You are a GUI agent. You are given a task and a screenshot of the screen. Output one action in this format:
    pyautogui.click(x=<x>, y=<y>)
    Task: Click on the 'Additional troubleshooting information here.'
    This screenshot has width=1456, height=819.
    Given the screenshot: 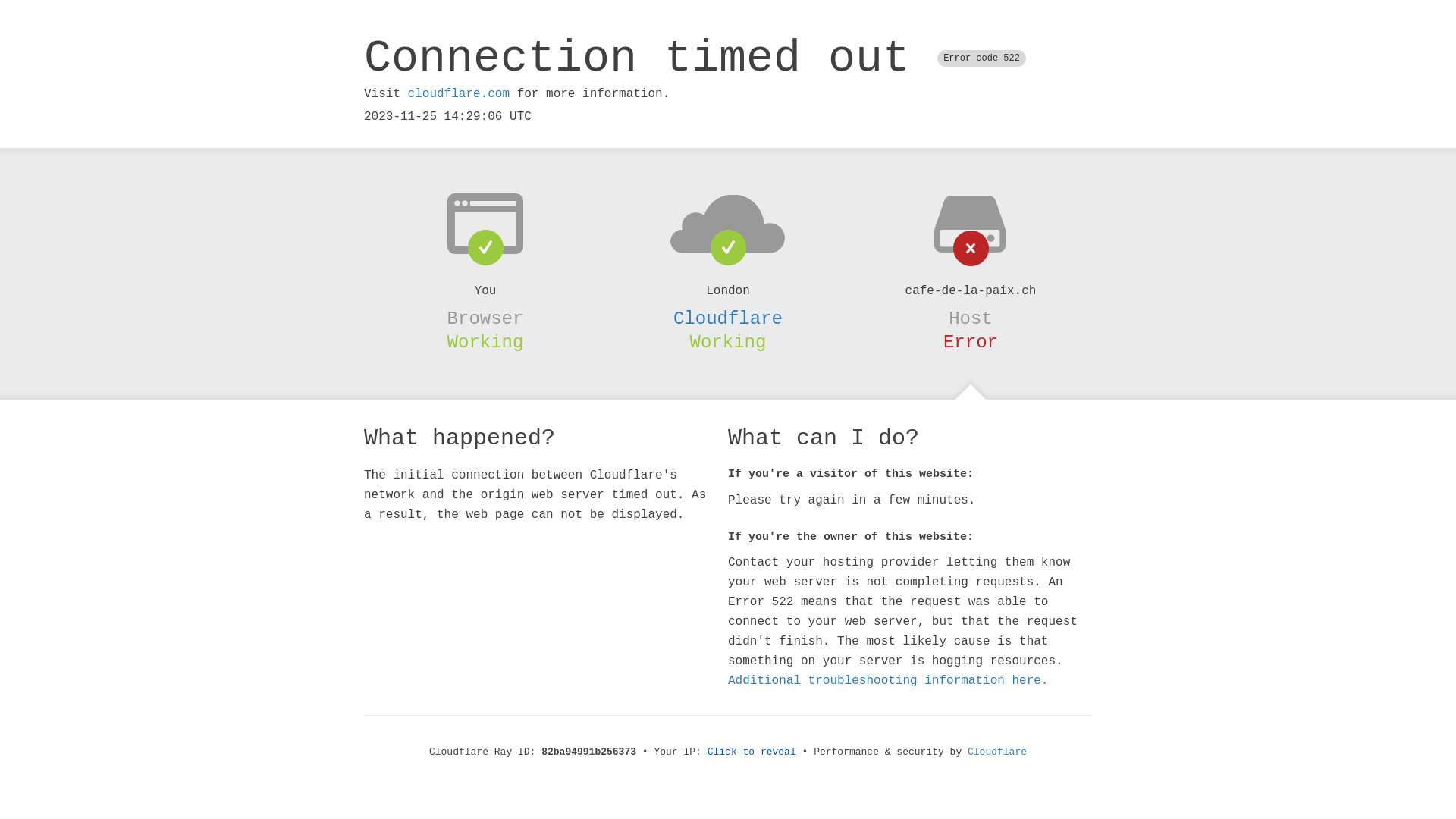 What is the action you would take?
    pyautogui.click(x=888, y=680)
    